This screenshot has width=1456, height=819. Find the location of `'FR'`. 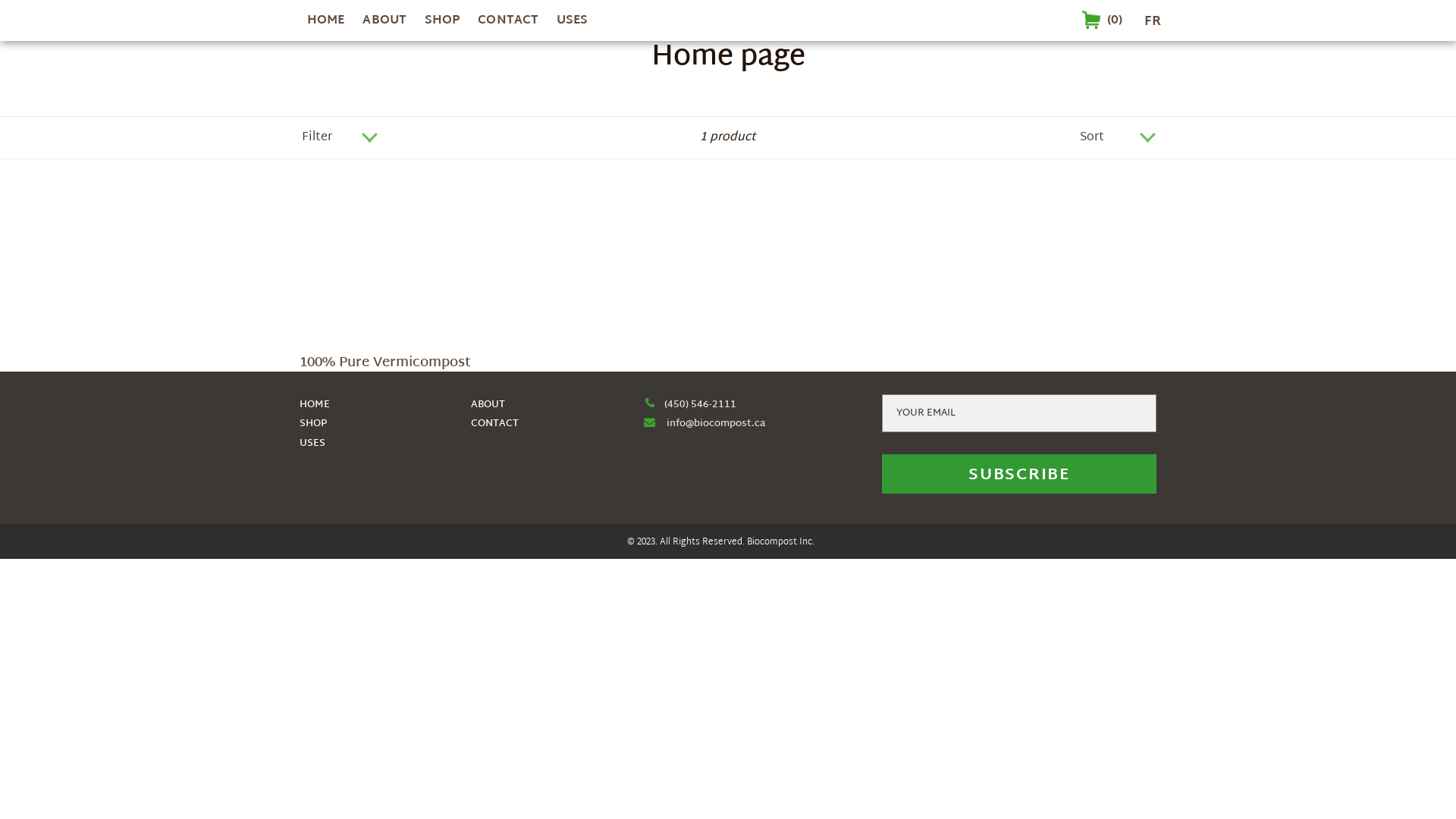

'FR' is located at coordinates (1144, 21).